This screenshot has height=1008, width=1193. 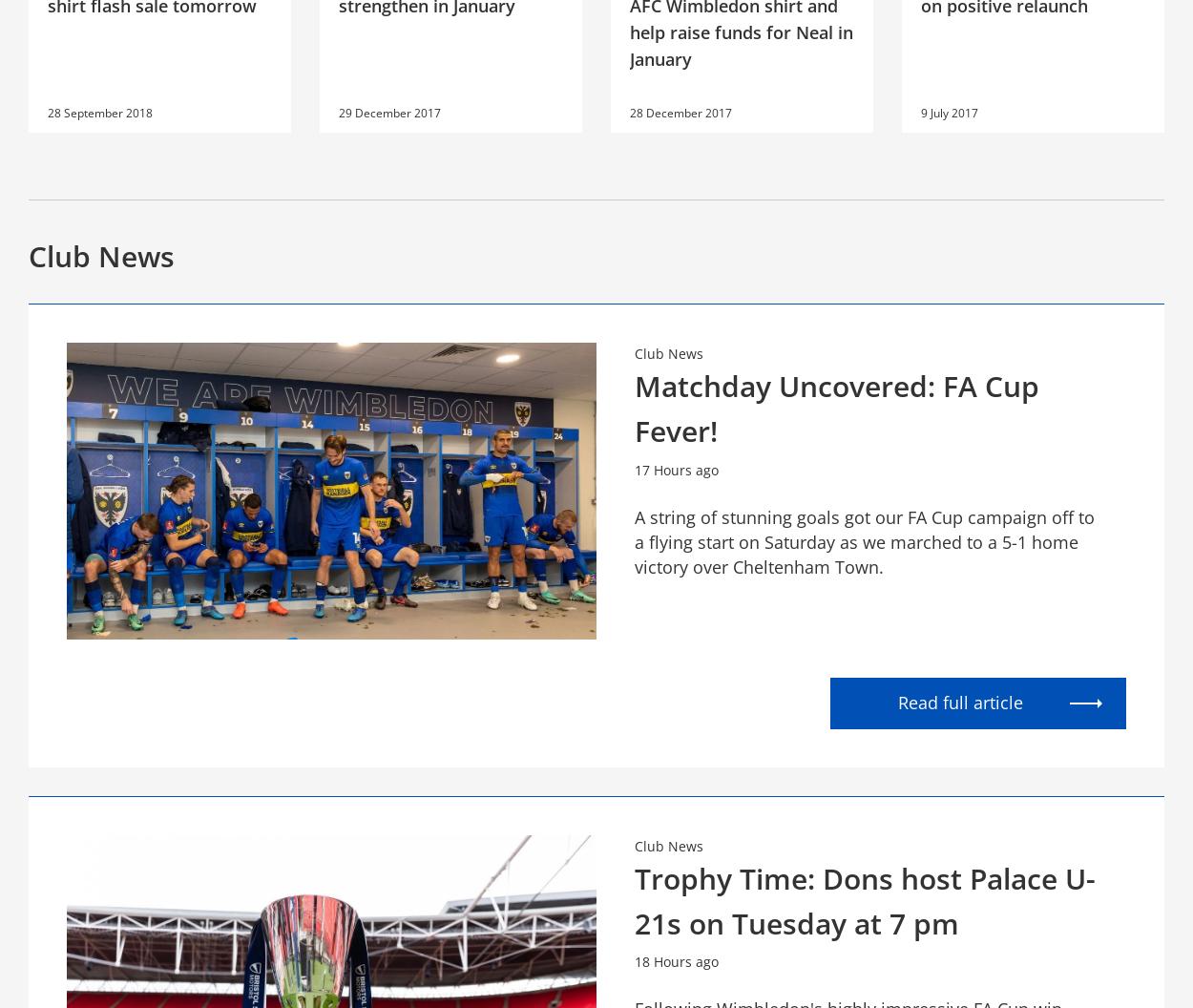 I want to click on '18 Hours ago', so click(x=676, y=960).